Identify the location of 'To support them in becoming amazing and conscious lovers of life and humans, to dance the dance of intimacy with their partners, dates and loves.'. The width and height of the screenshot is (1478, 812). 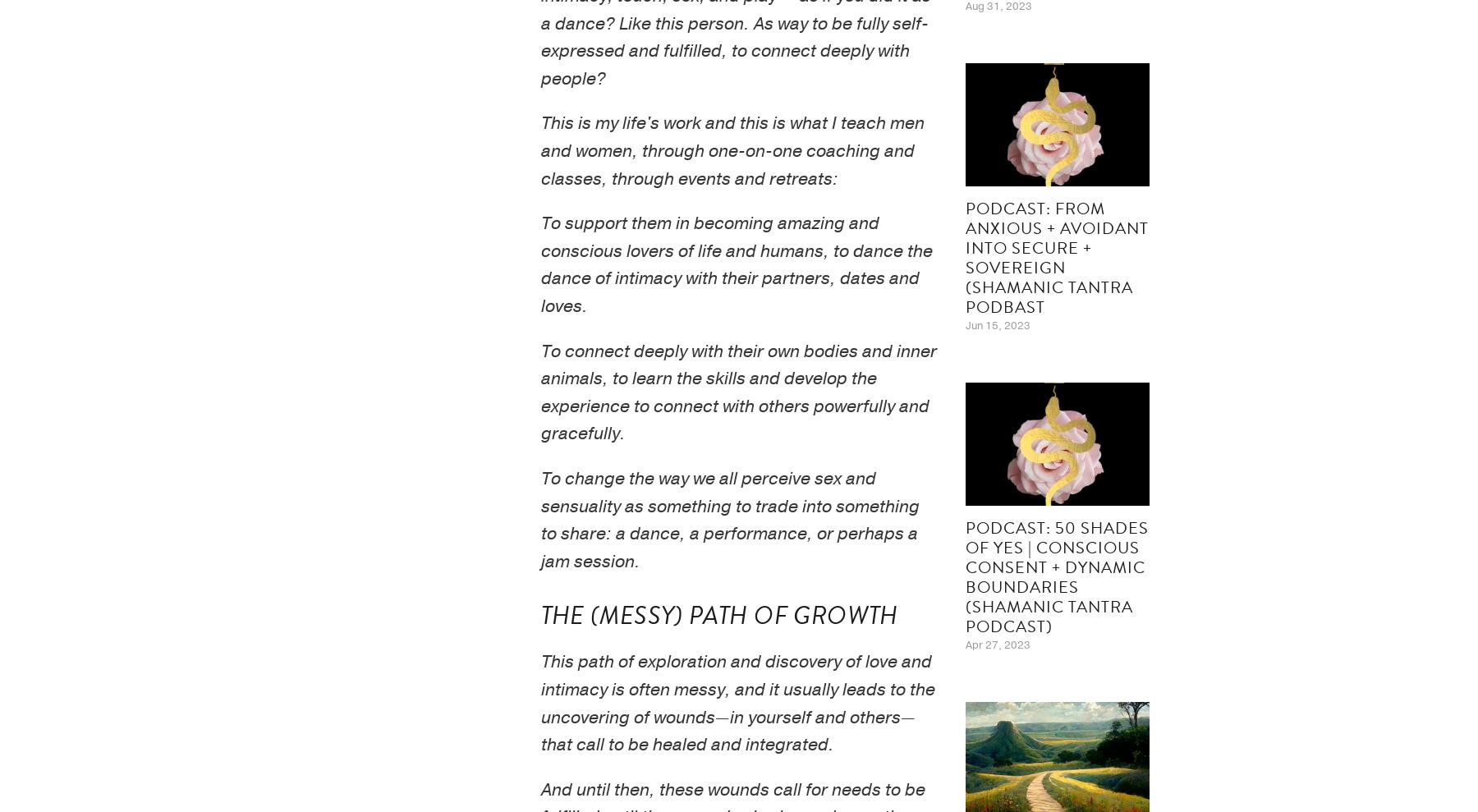
(540, 264).